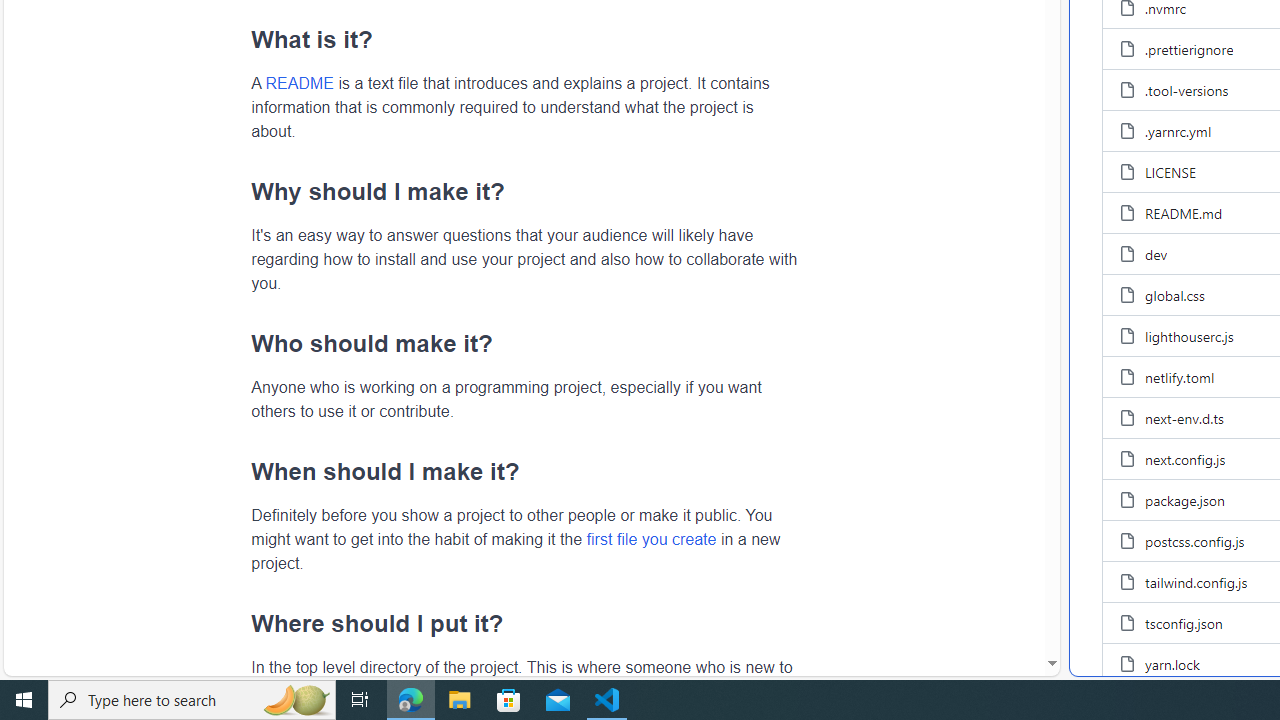 This screenshot has width=1280, height=720. What do you see at coordinates (1156, 253) in the screenshot?
I see `'dev, (File)'` at bounding box center [1156, 253].